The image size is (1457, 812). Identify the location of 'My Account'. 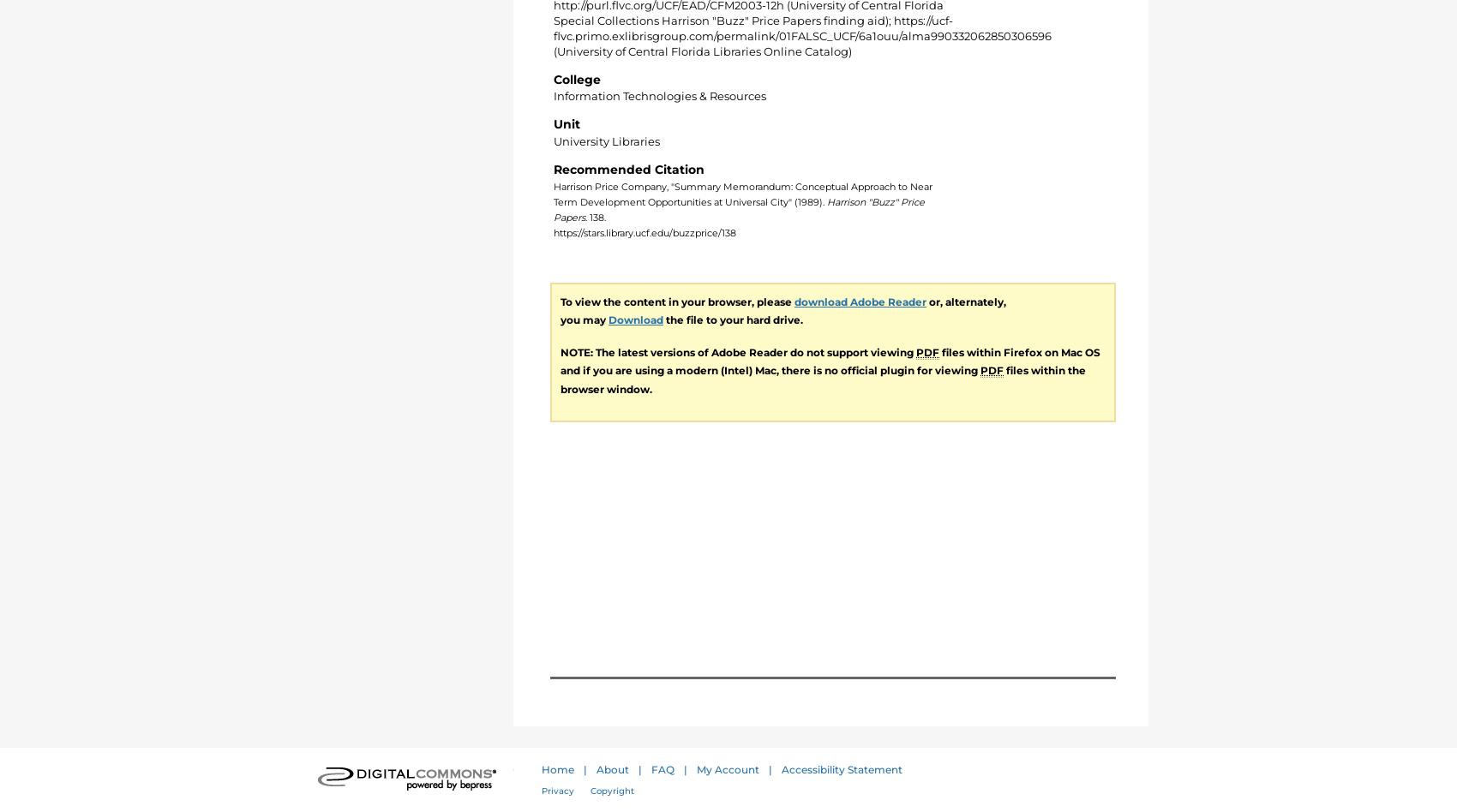
(727, 768).